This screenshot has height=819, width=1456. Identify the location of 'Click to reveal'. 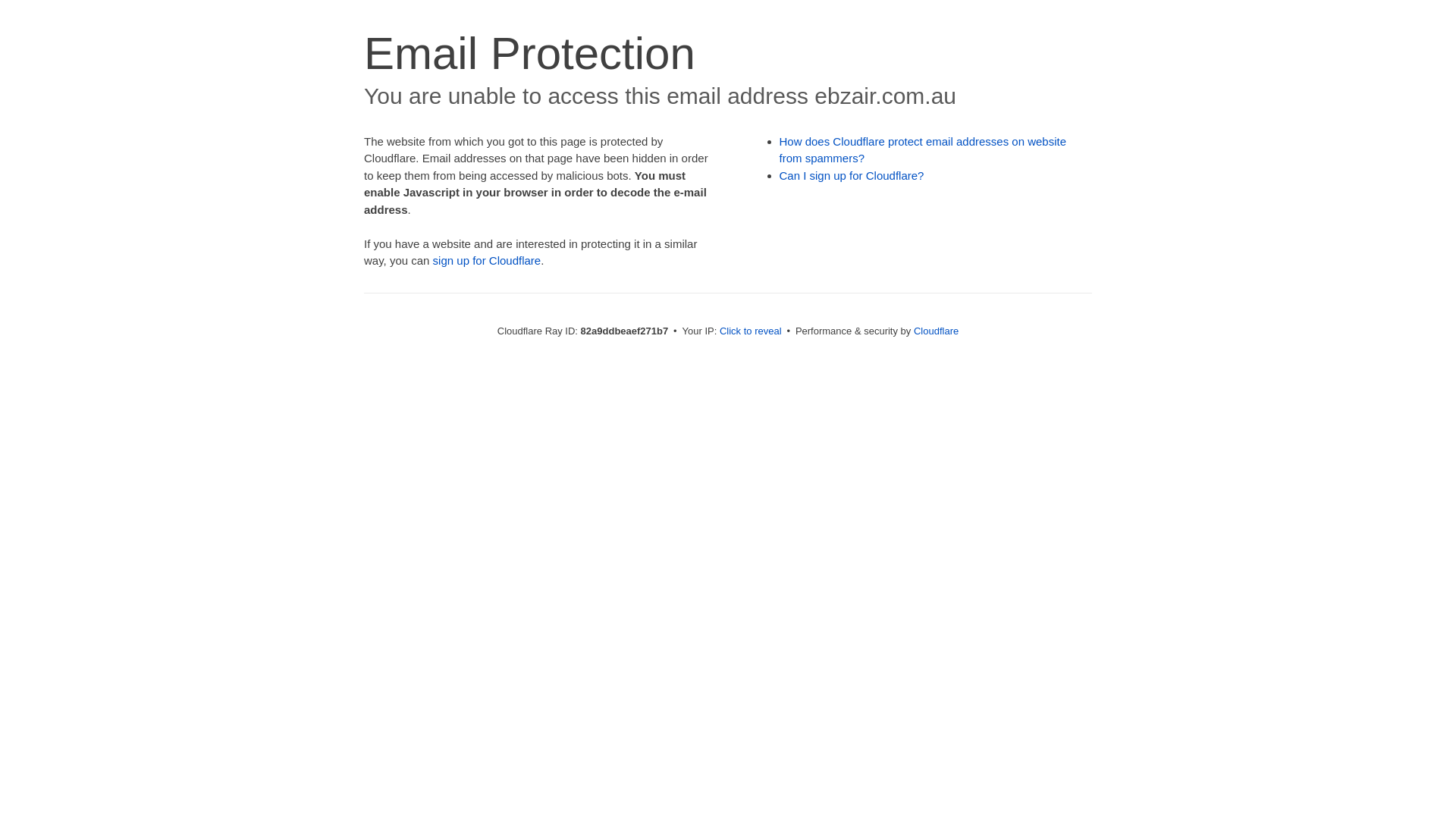
(750, 330).